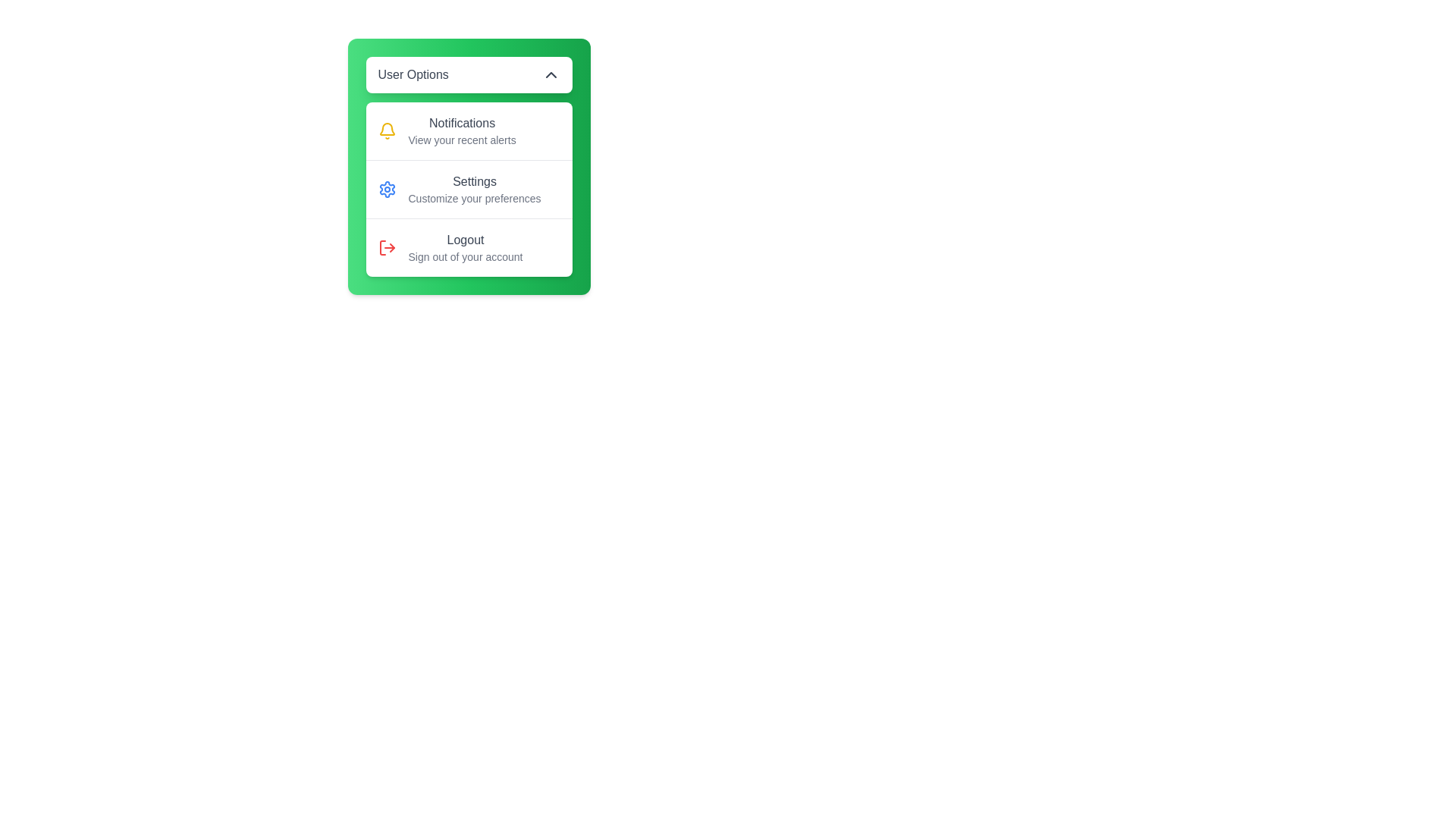 Image resolution: width=1456 pixels, height=819 pixels. What do you see at coordinates (387, 247) in the screenshot?
I see `the red logout icon located in the bottom row of the options panel, which features an arrow pointing outward from a rectangle and is labeled 'Logout'` at bounding box center [387, 247].